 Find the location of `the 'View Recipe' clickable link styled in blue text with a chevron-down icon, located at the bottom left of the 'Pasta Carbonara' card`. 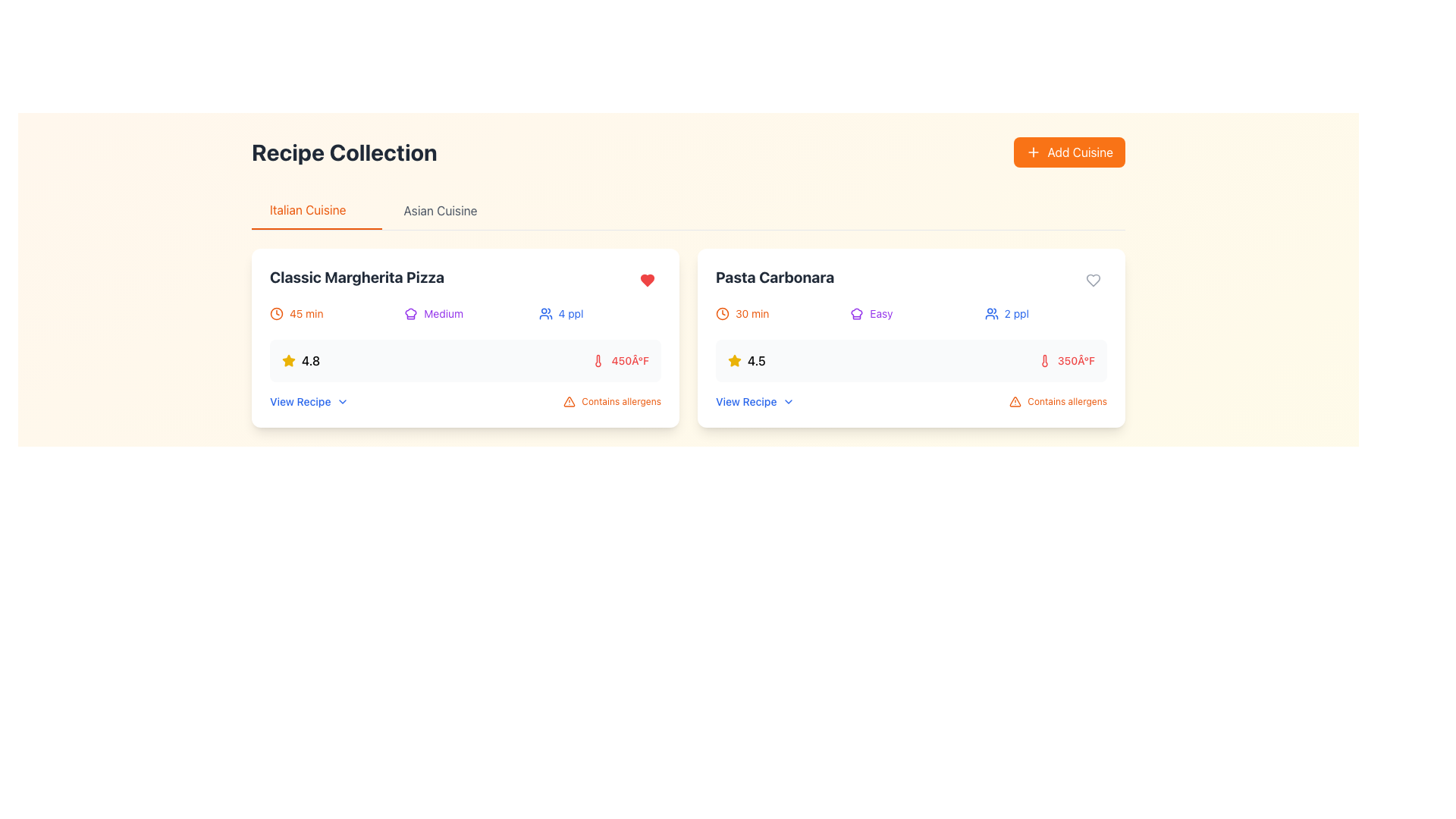

the 'View Recipe' clickable link styled in blue text with a chevron-down icon, located at the bottom left of the 'Pasta Carbonara' card is located at coordinates (755, 400).